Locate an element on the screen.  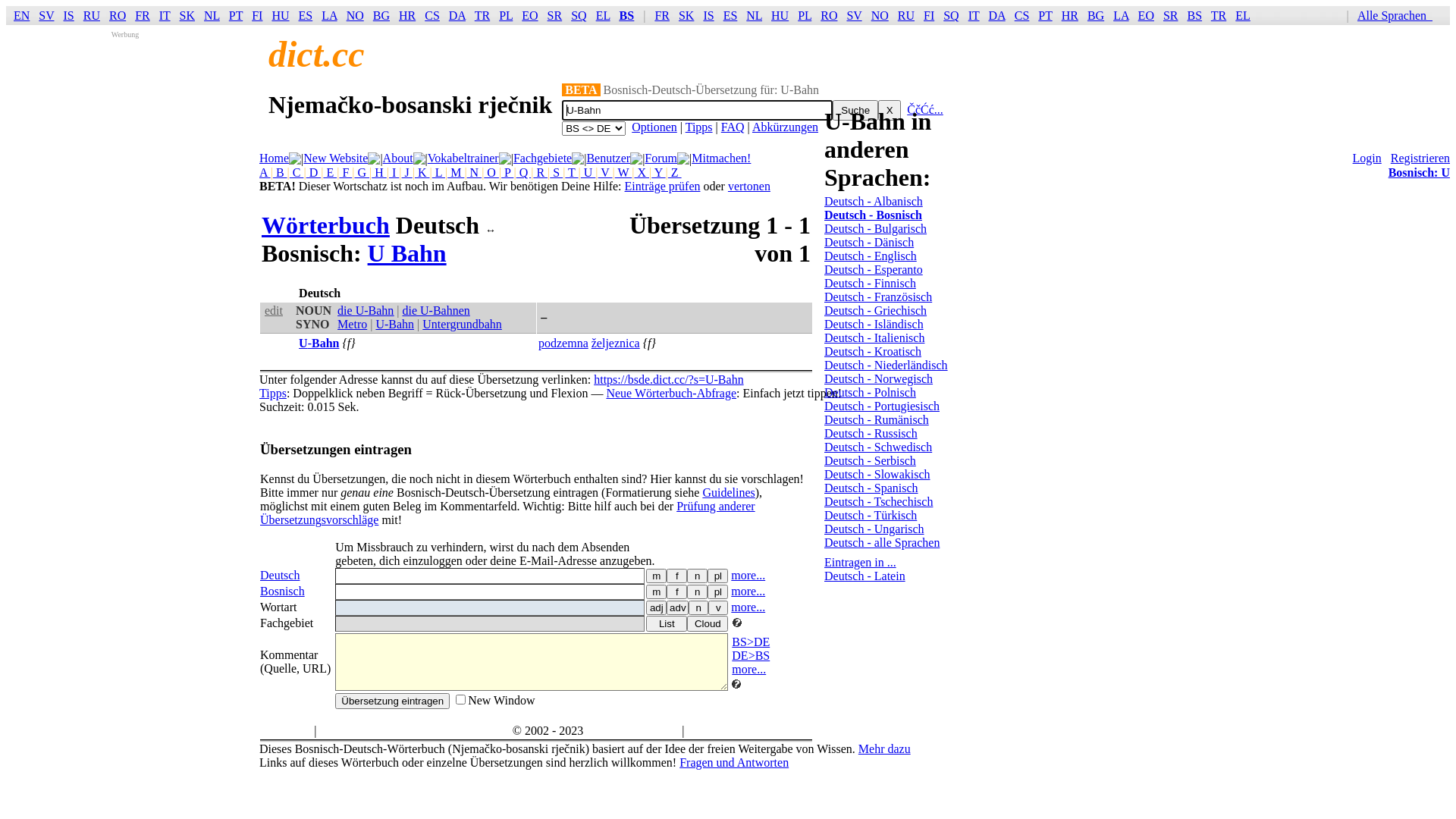
'Deutsch - Portugiesisch' is located at coordinates (823, 405).